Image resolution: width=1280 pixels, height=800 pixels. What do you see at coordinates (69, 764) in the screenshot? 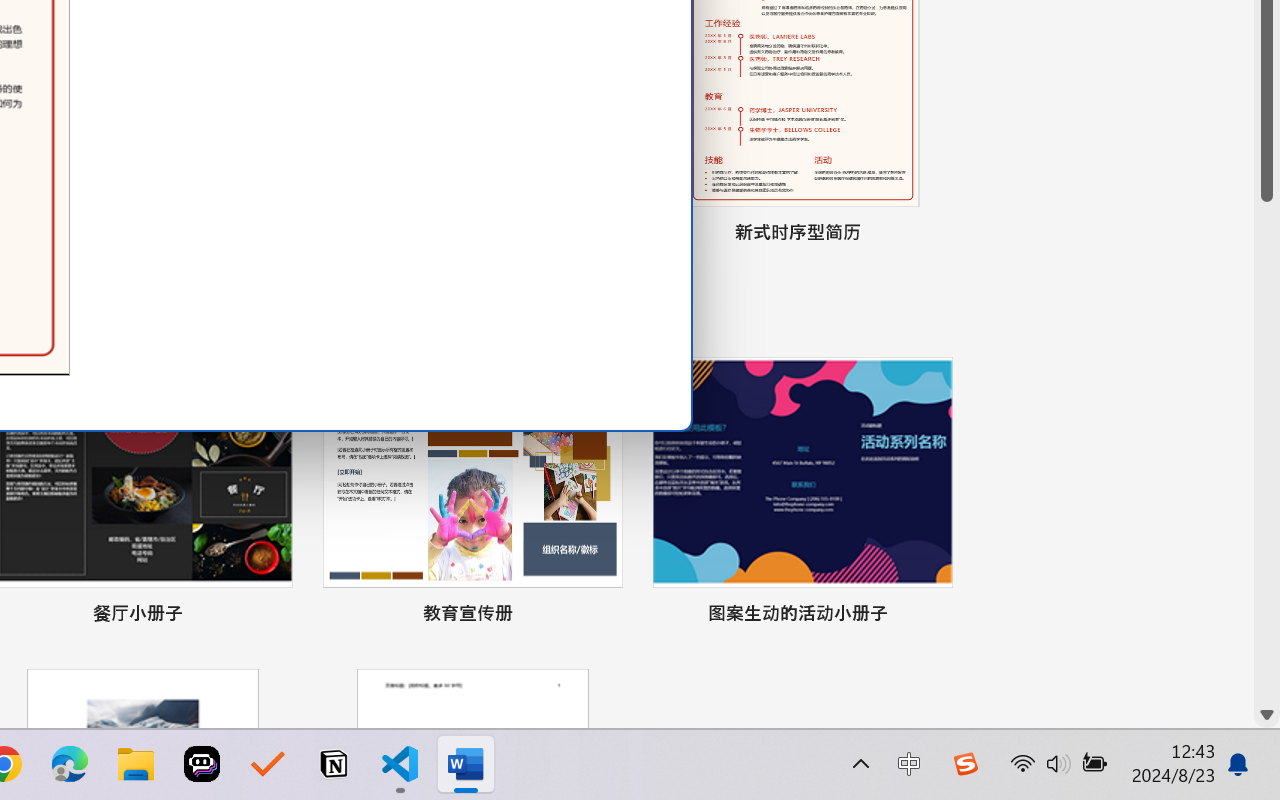
I see `'Microsoft Edge'` at bounding box center [69, 764].